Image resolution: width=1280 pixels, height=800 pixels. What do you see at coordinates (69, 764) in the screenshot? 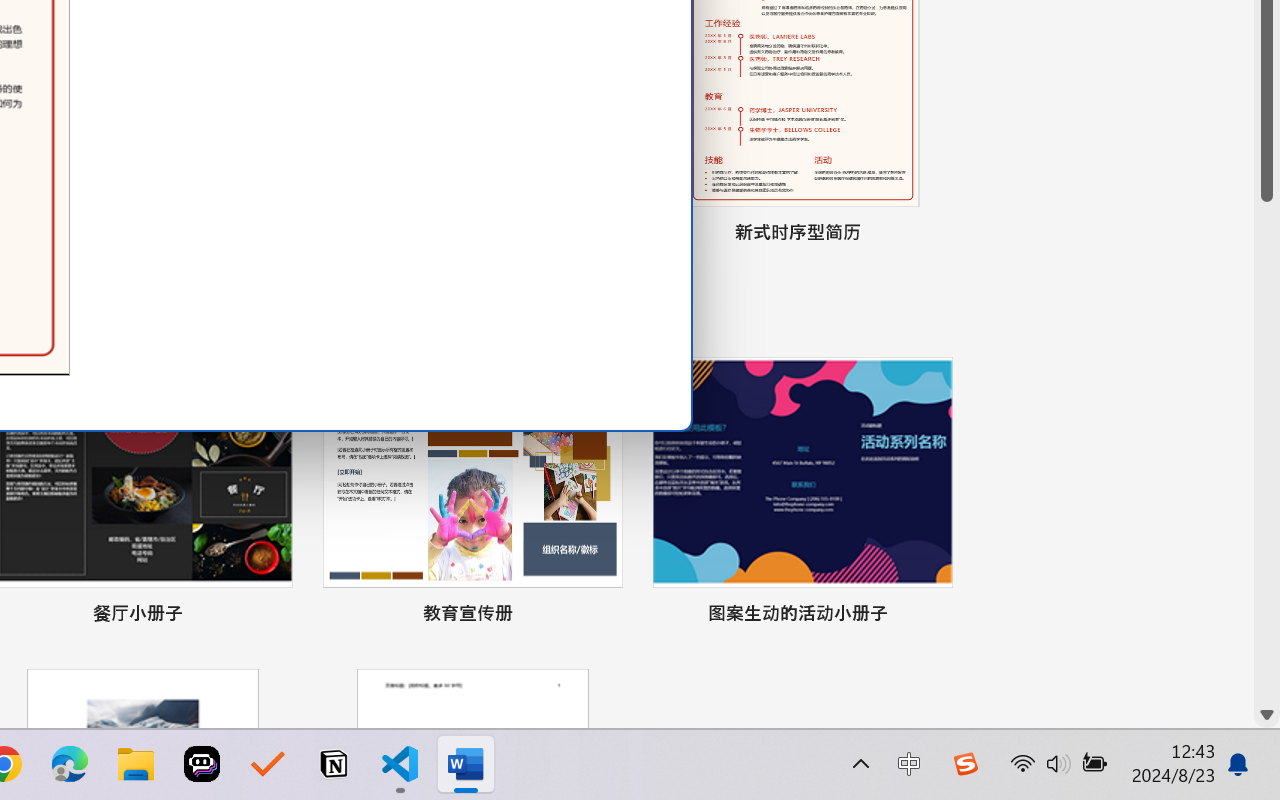
I see `'Microsoft Edge'` at bounding box center [69, 764].